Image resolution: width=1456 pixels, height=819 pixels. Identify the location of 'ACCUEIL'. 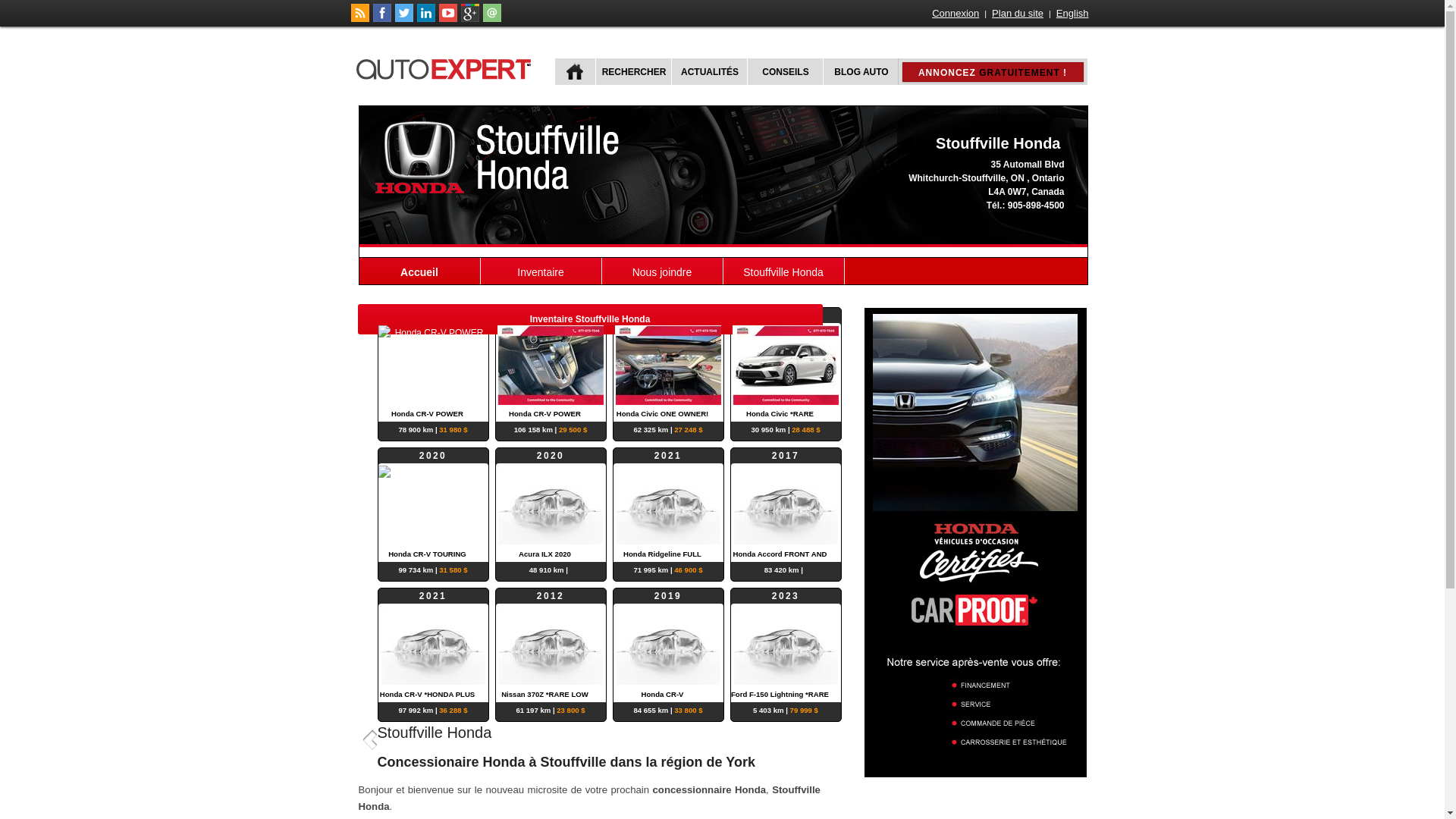
(574, 71).